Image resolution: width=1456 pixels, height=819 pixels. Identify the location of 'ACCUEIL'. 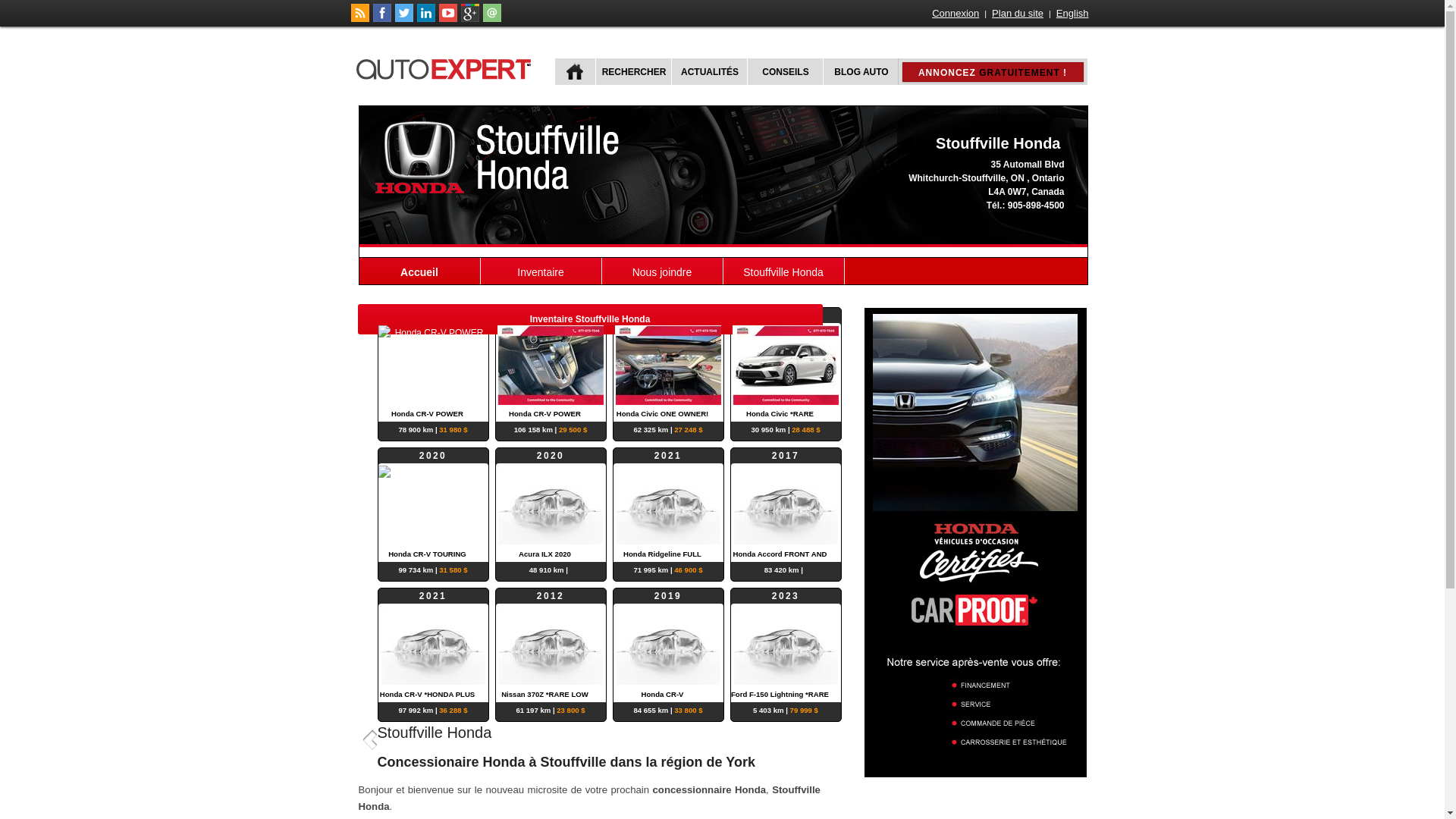
(574, 71).